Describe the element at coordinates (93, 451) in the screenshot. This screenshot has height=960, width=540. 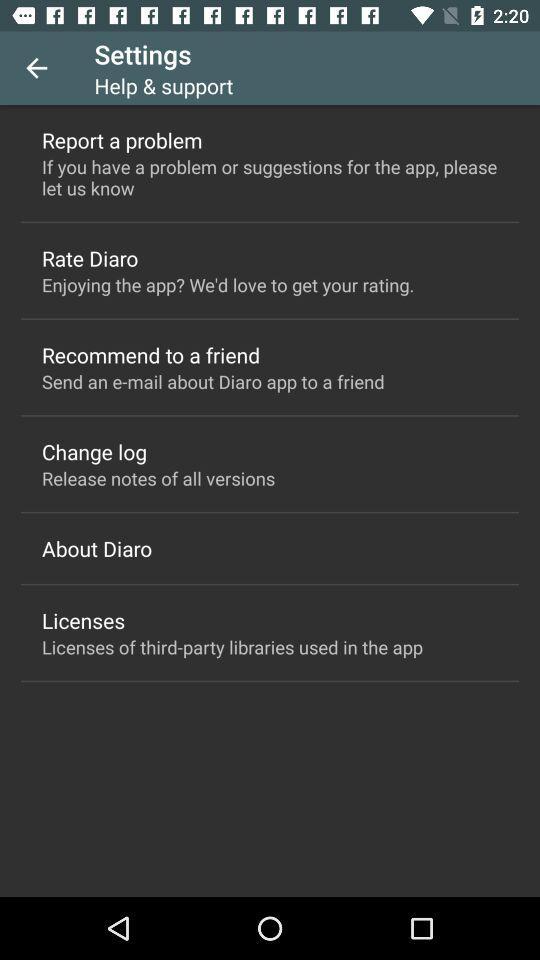
I see `icon above release notes of icon` at that location.